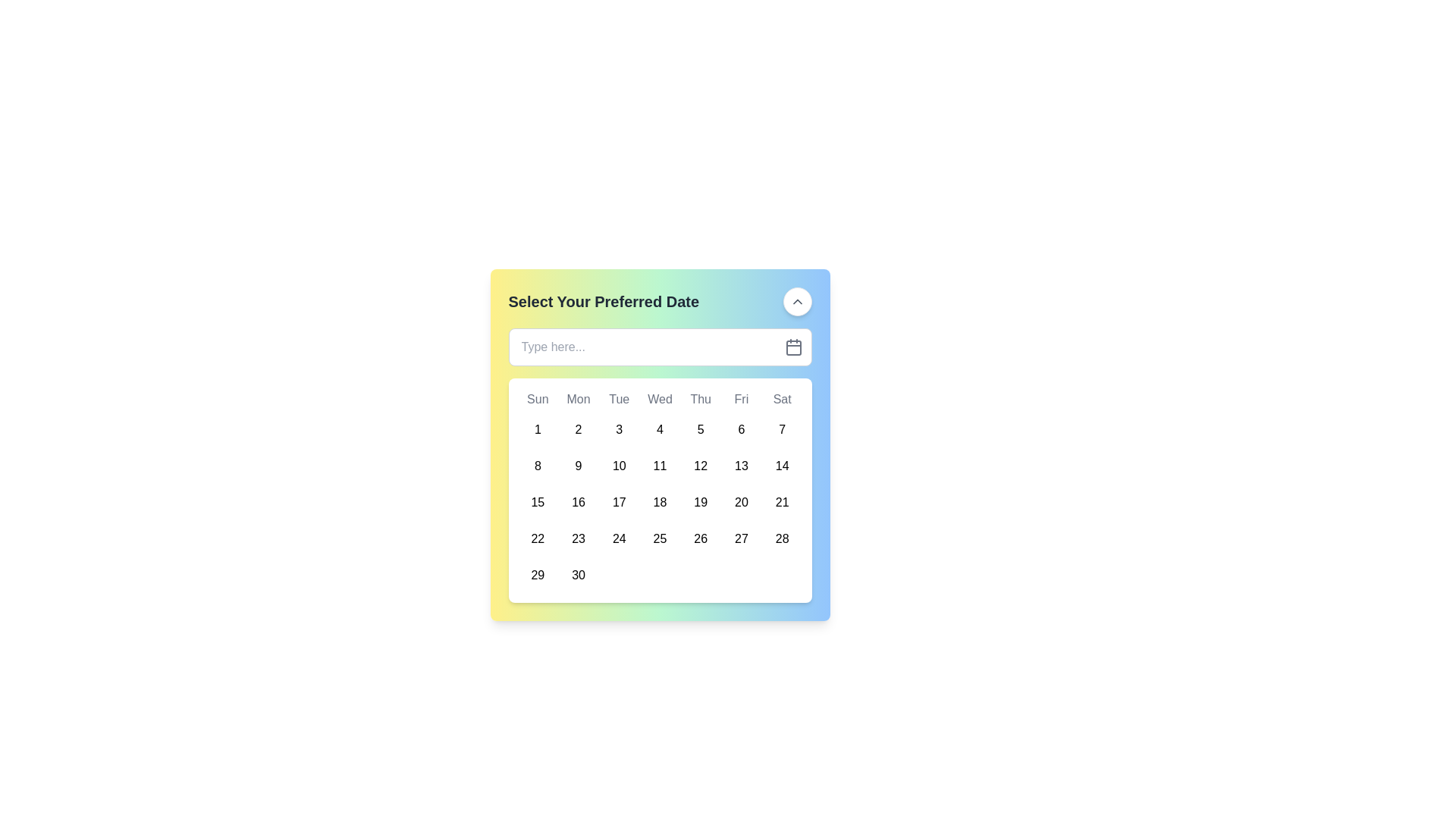  I want to click on the circular button displaying the number '1' in the calendar's topmost row under the 'Sun' weekday column, so click(538, 430).